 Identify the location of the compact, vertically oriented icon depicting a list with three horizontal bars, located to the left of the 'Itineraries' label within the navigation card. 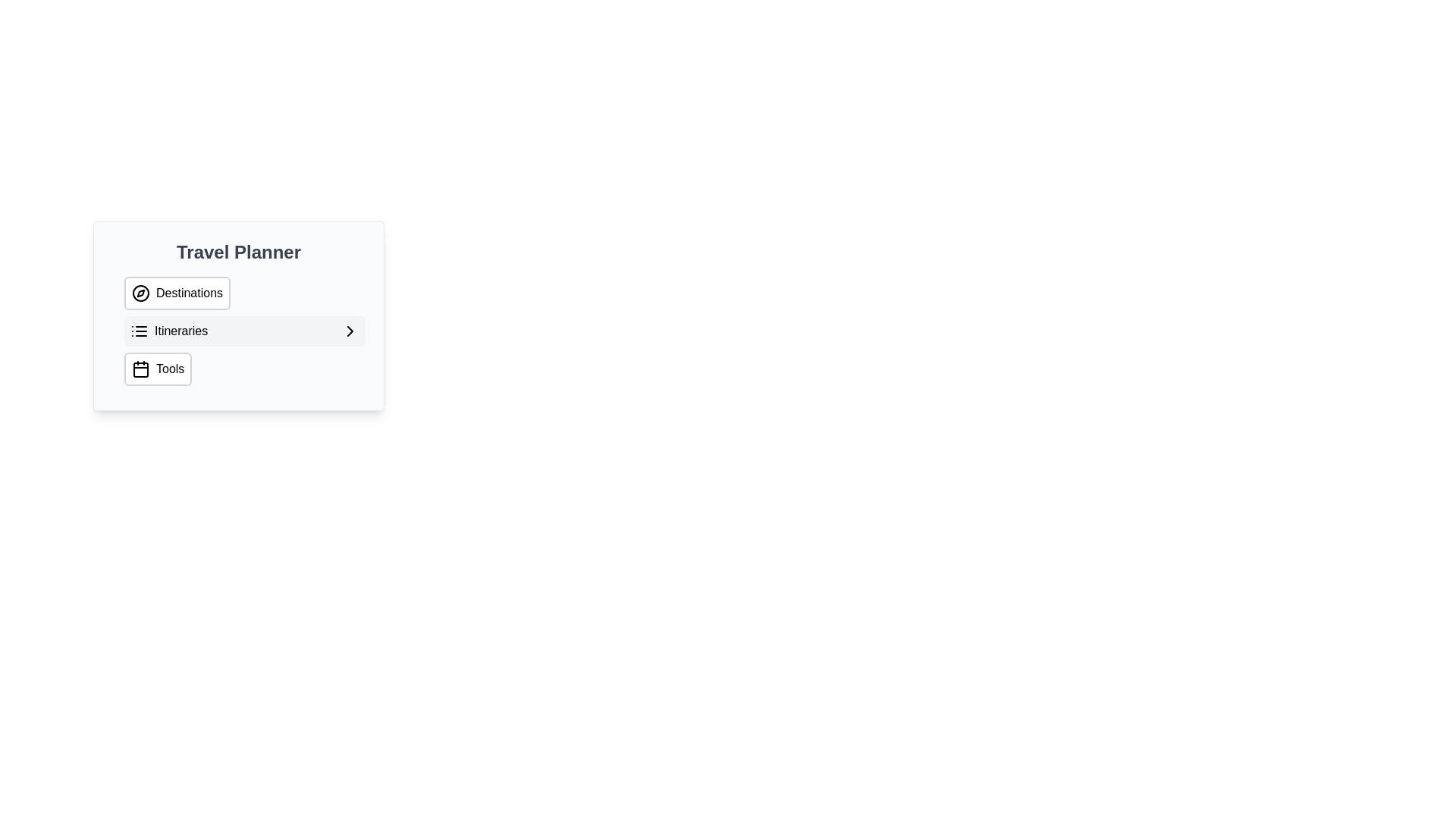
(139, 330).